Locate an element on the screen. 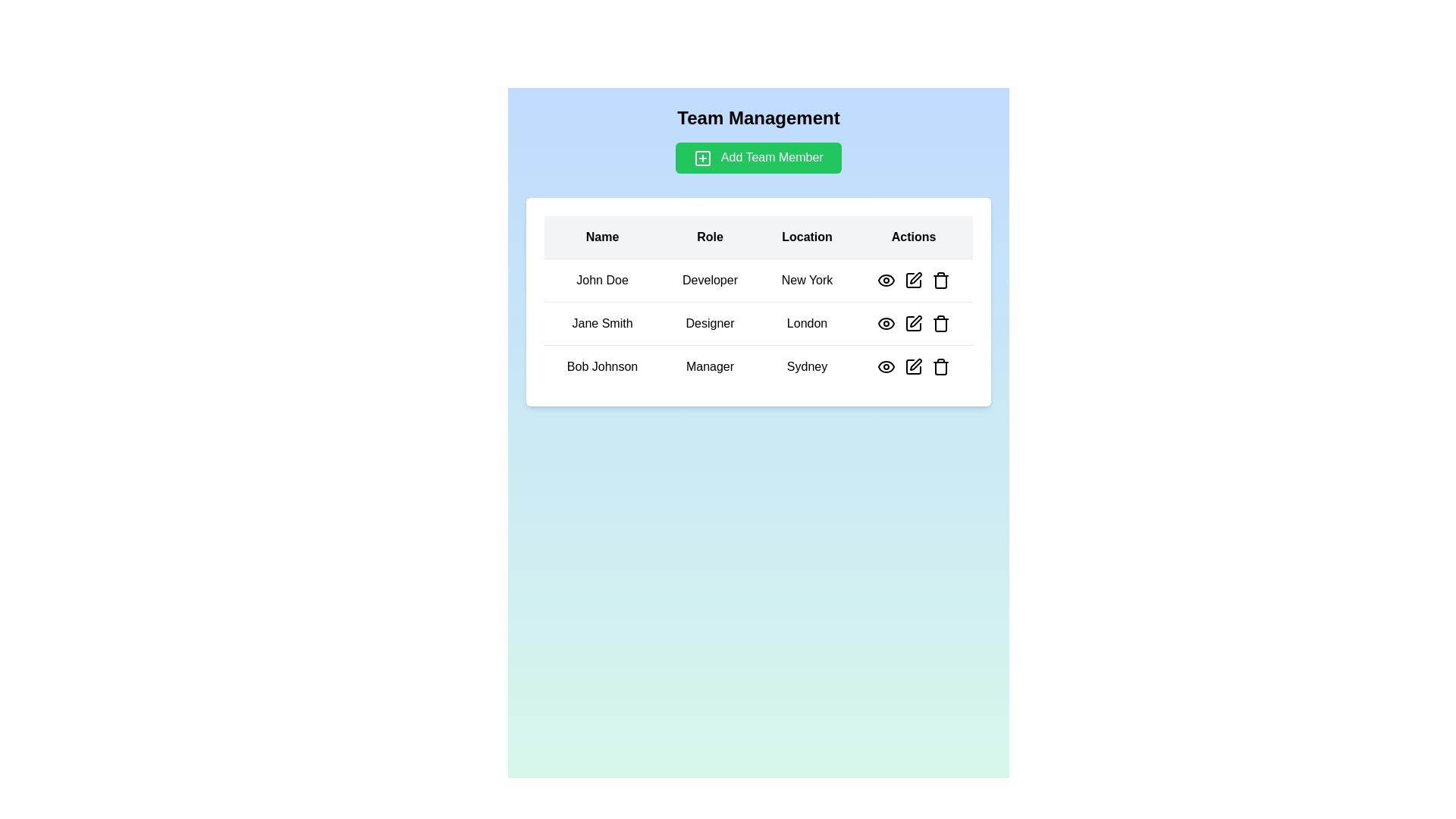 Image resolution: width=1456 pixels, height=819 pixels. label of the table header cell displaying 'Name', which is styled in bold and centered in the header row is located at coordinates (601, 237).